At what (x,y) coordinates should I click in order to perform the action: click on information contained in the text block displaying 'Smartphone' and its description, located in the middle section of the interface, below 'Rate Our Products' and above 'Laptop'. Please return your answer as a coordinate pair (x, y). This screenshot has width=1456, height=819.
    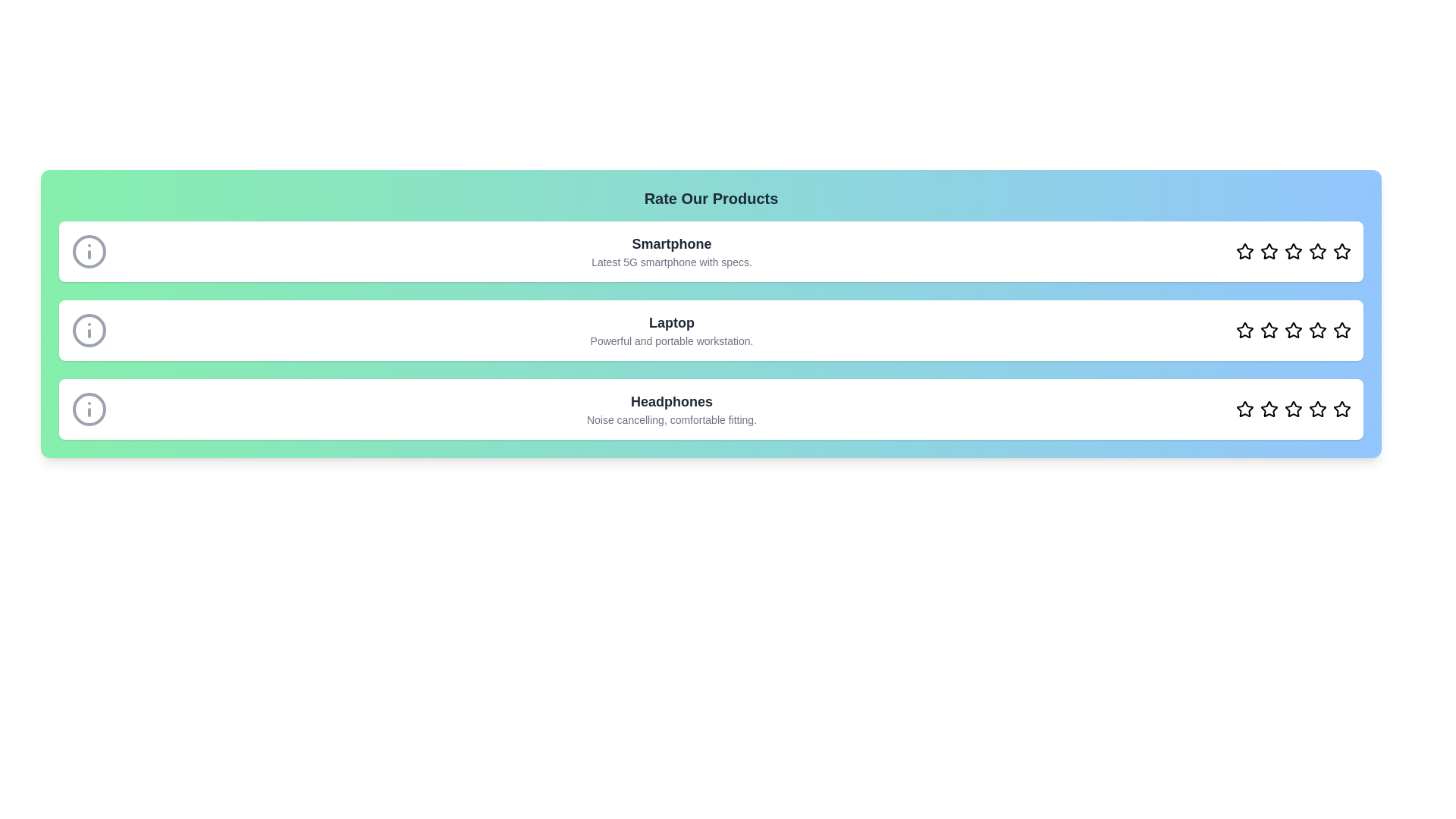
    Looking at the image, I should click on (710, 250).